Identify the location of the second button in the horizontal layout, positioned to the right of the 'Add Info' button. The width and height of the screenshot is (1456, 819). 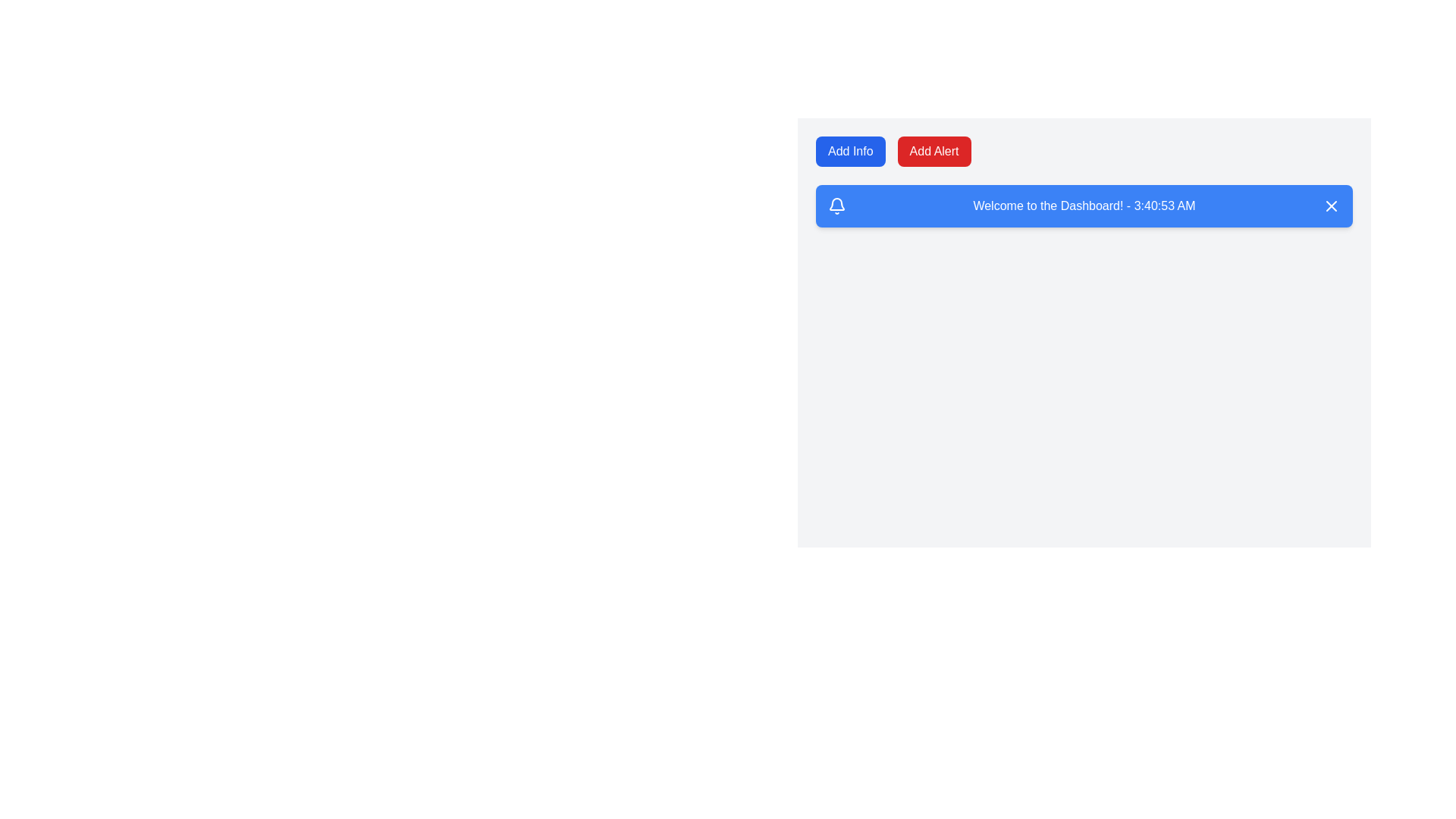
(934, 152).